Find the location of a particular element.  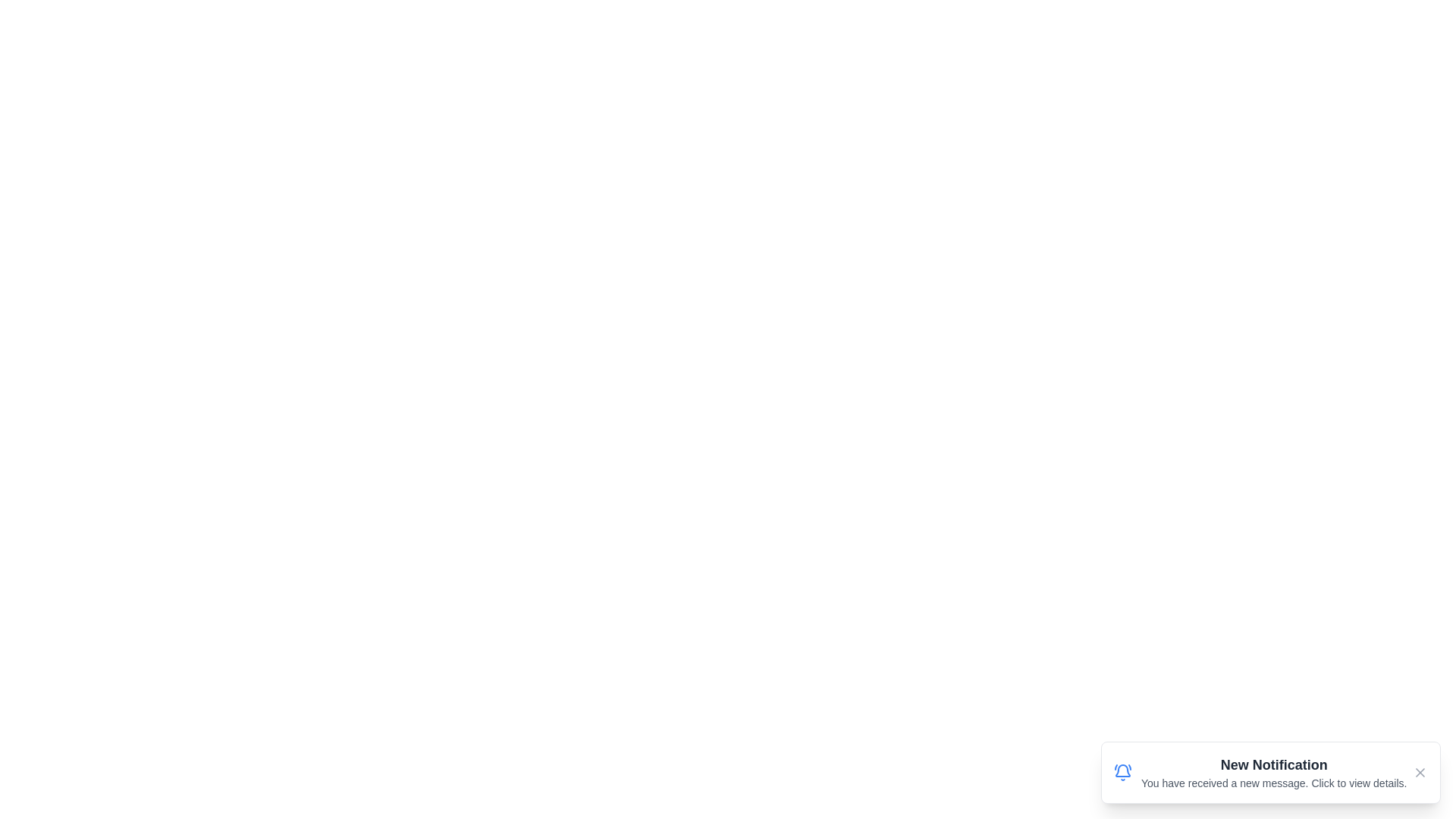

the gray 'x' icon button located at the top-right corner of the 'New Notification' box is located at coordinates (1419, 772).